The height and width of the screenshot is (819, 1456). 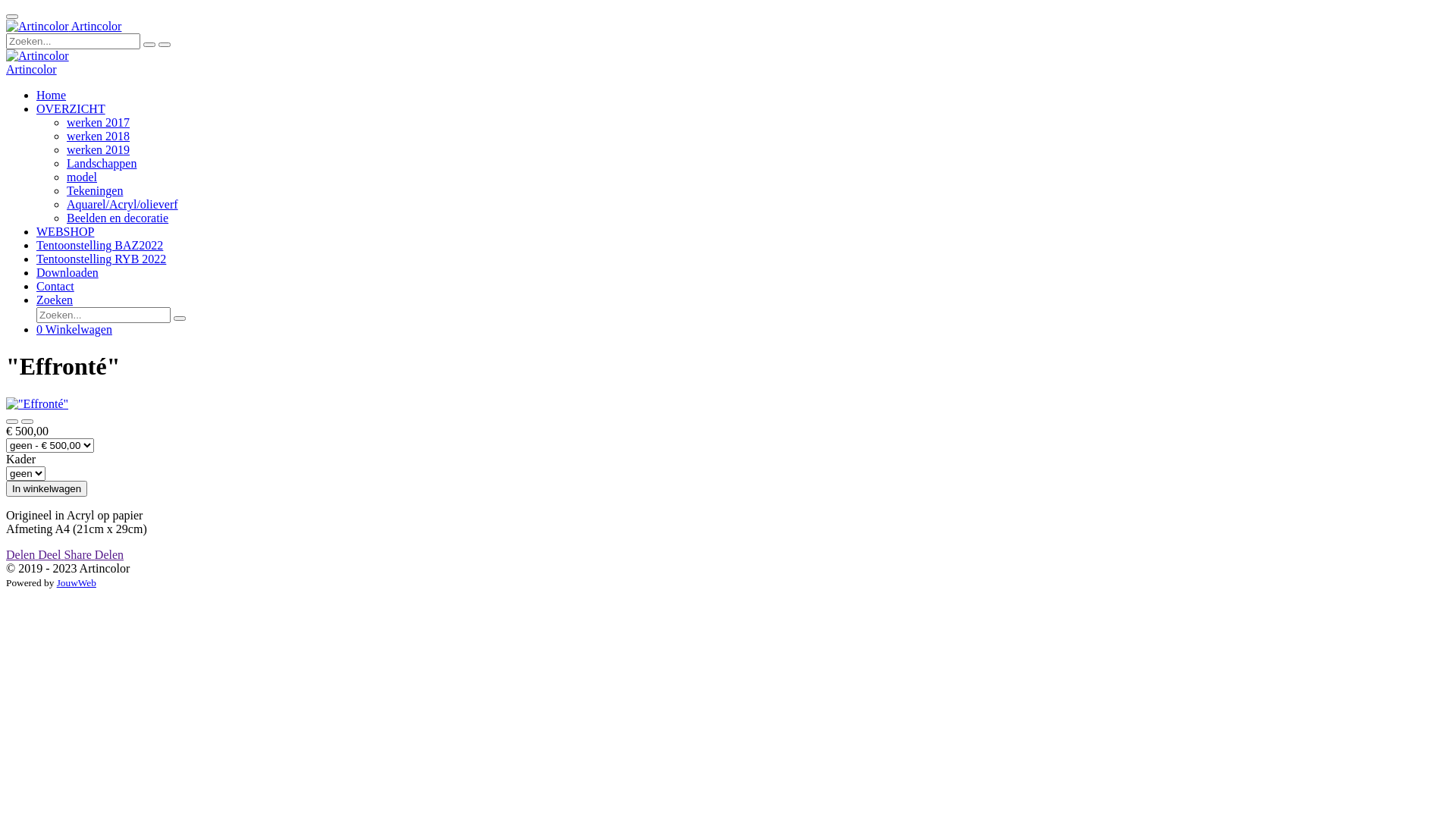 I want to click on 'Artincolor', so click(x=6, y=26).